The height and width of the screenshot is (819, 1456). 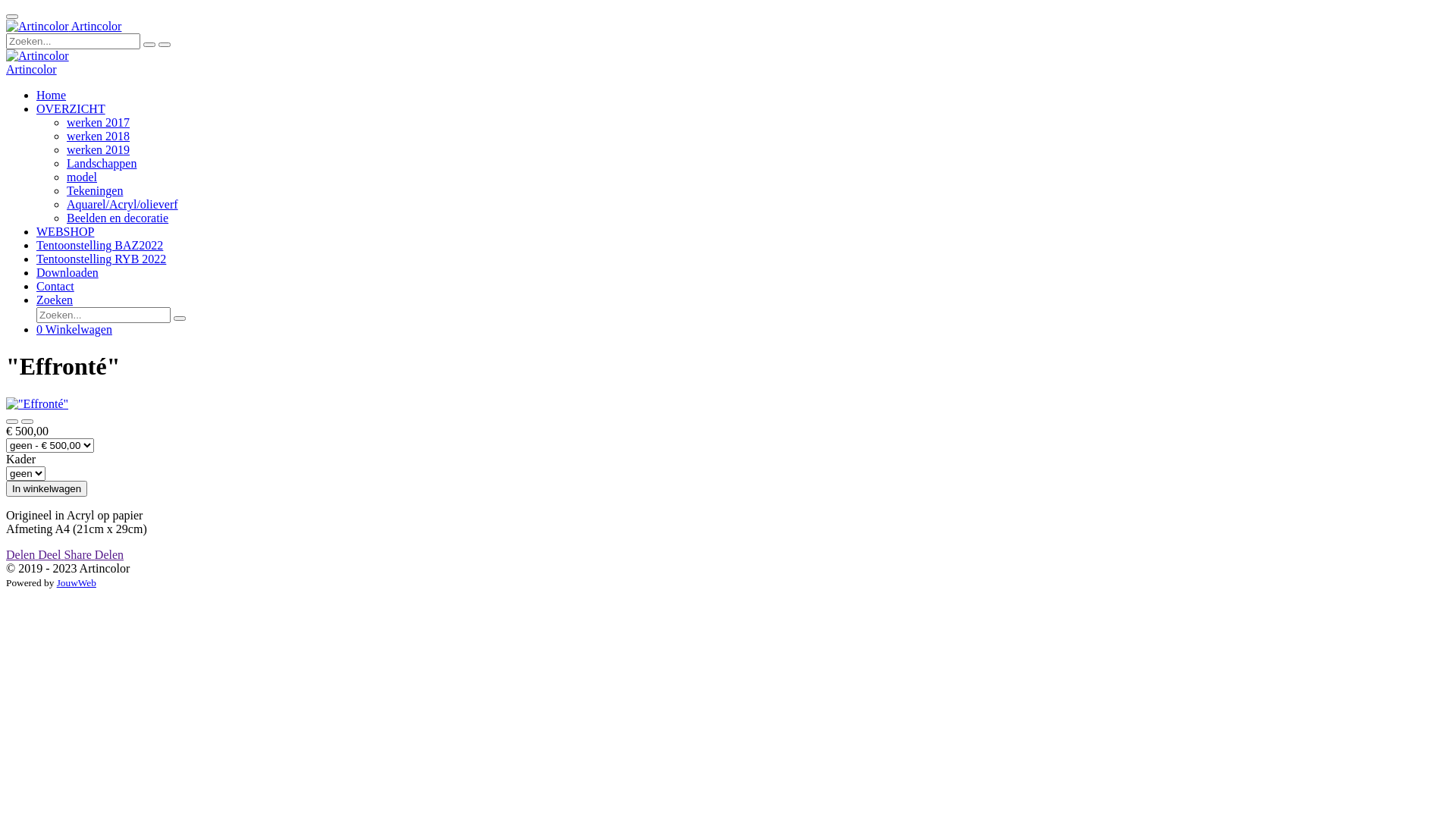 I want to click on 'Artincolor', so click(x=6, y=26).